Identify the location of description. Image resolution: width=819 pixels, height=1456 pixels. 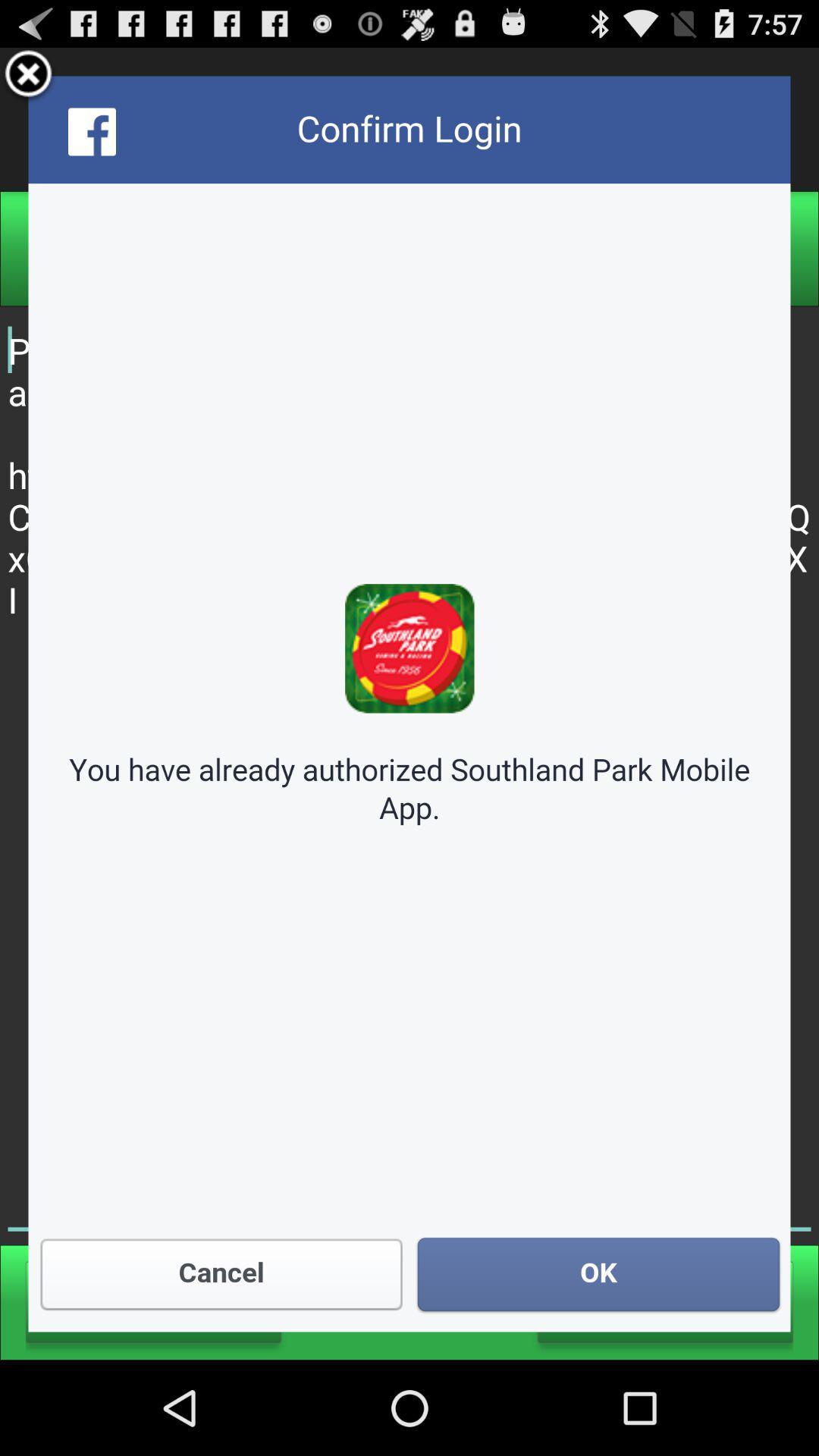
(409, 703).